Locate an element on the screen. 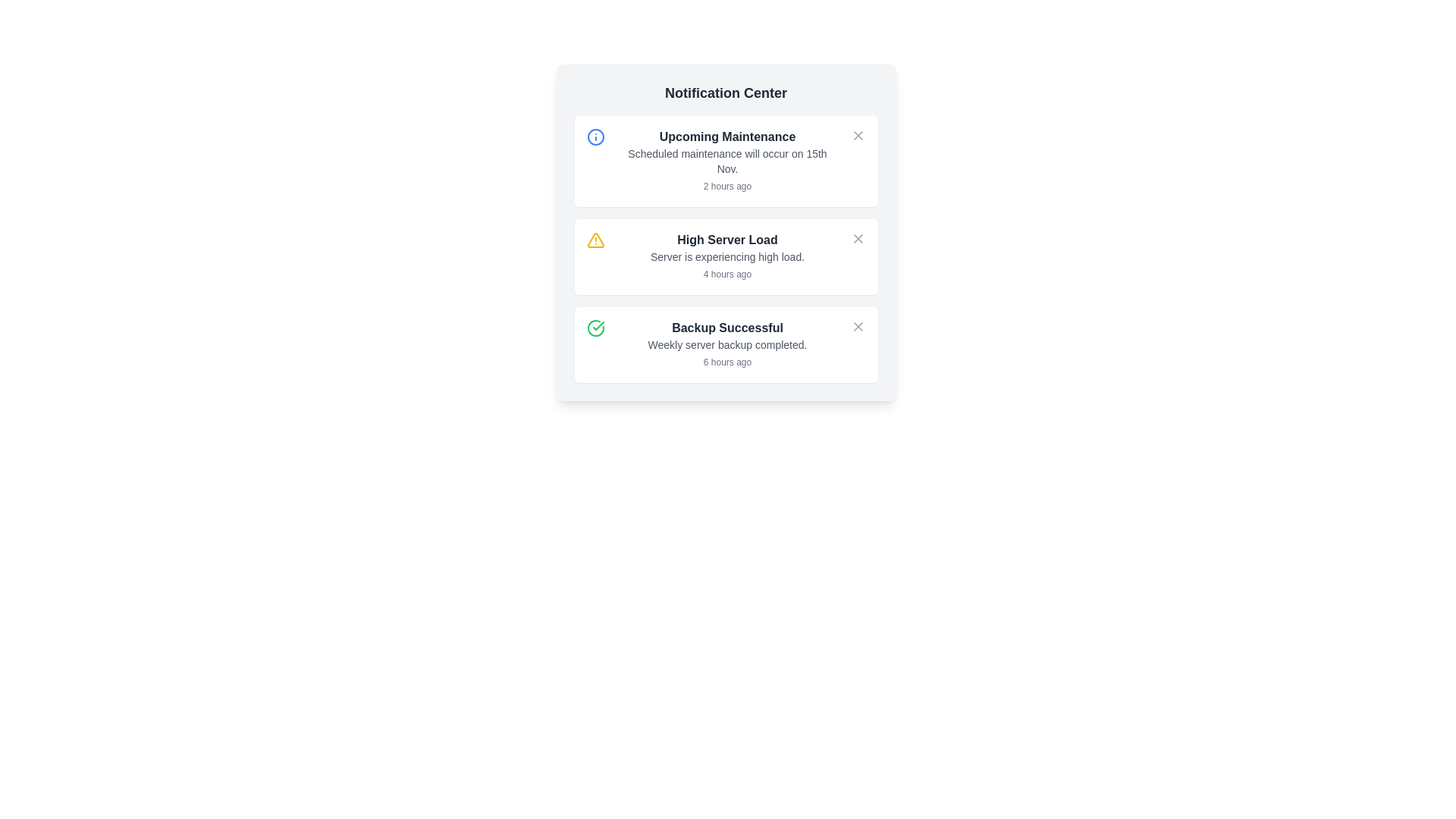 Image resolution: width=1456 pixels, height=819 pixels. the close/dismiss button represented by the 'X' icon is located at coordinates (858, 239).